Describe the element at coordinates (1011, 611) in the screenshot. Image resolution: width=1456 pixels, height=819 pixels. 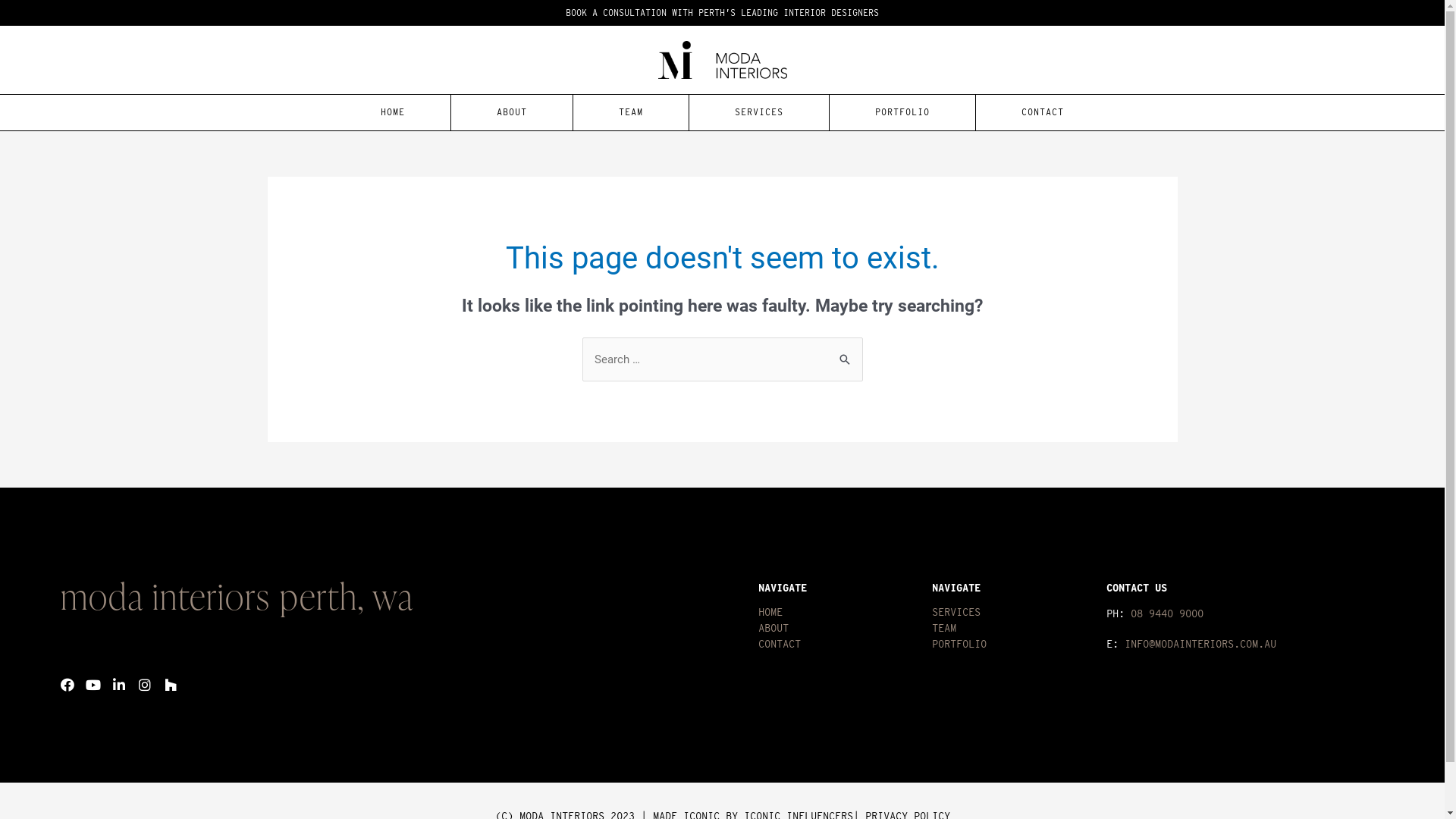
I see `'SERVICES'` at that location.